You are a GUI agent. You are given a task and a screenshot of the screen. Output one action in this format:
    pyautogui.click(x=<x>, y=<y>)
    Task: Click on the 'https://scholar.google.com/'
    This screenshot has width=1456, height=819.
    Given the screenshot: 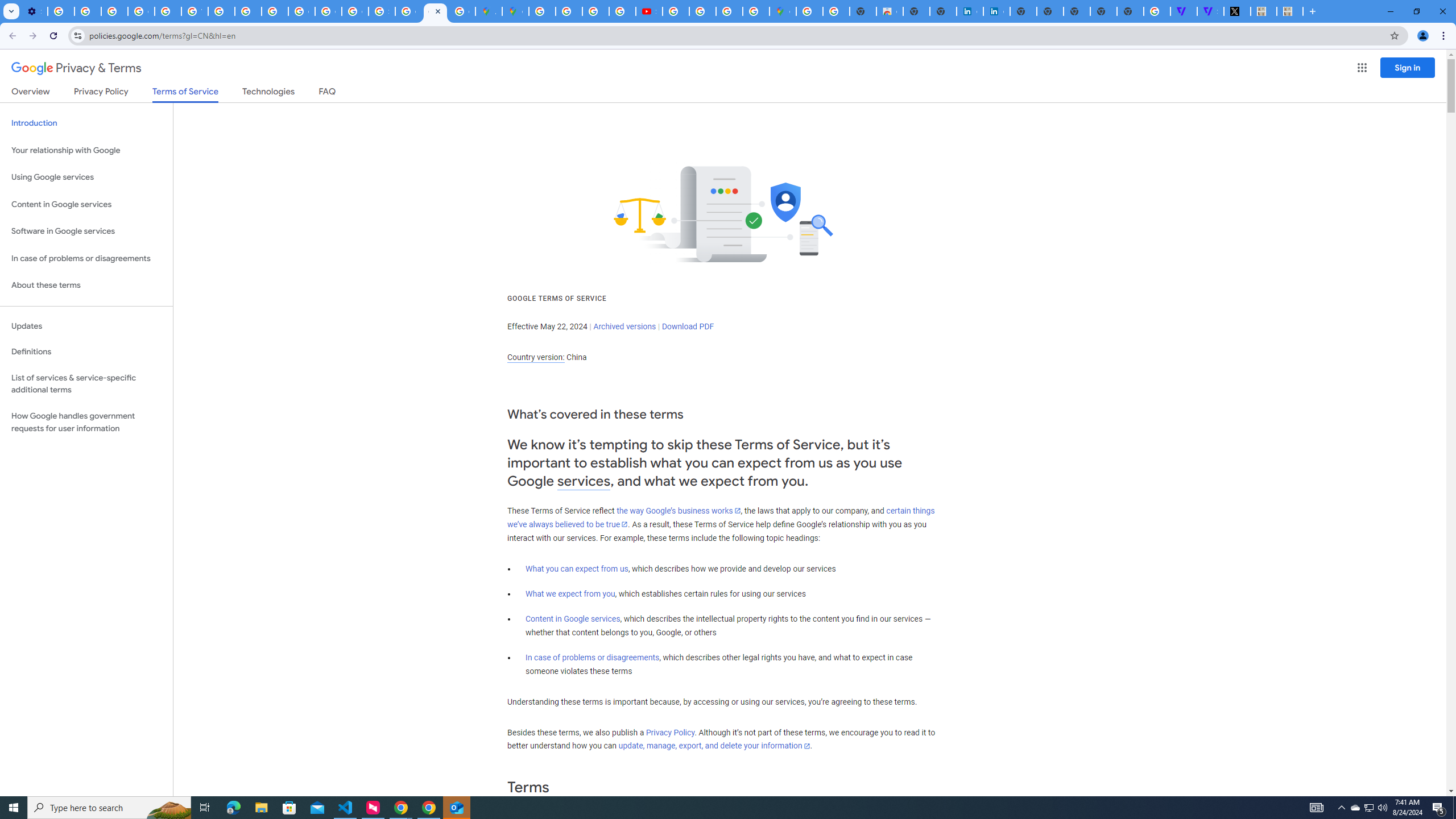 What is the action you would take?
    pyautogui.click(x=221, y=11)
    